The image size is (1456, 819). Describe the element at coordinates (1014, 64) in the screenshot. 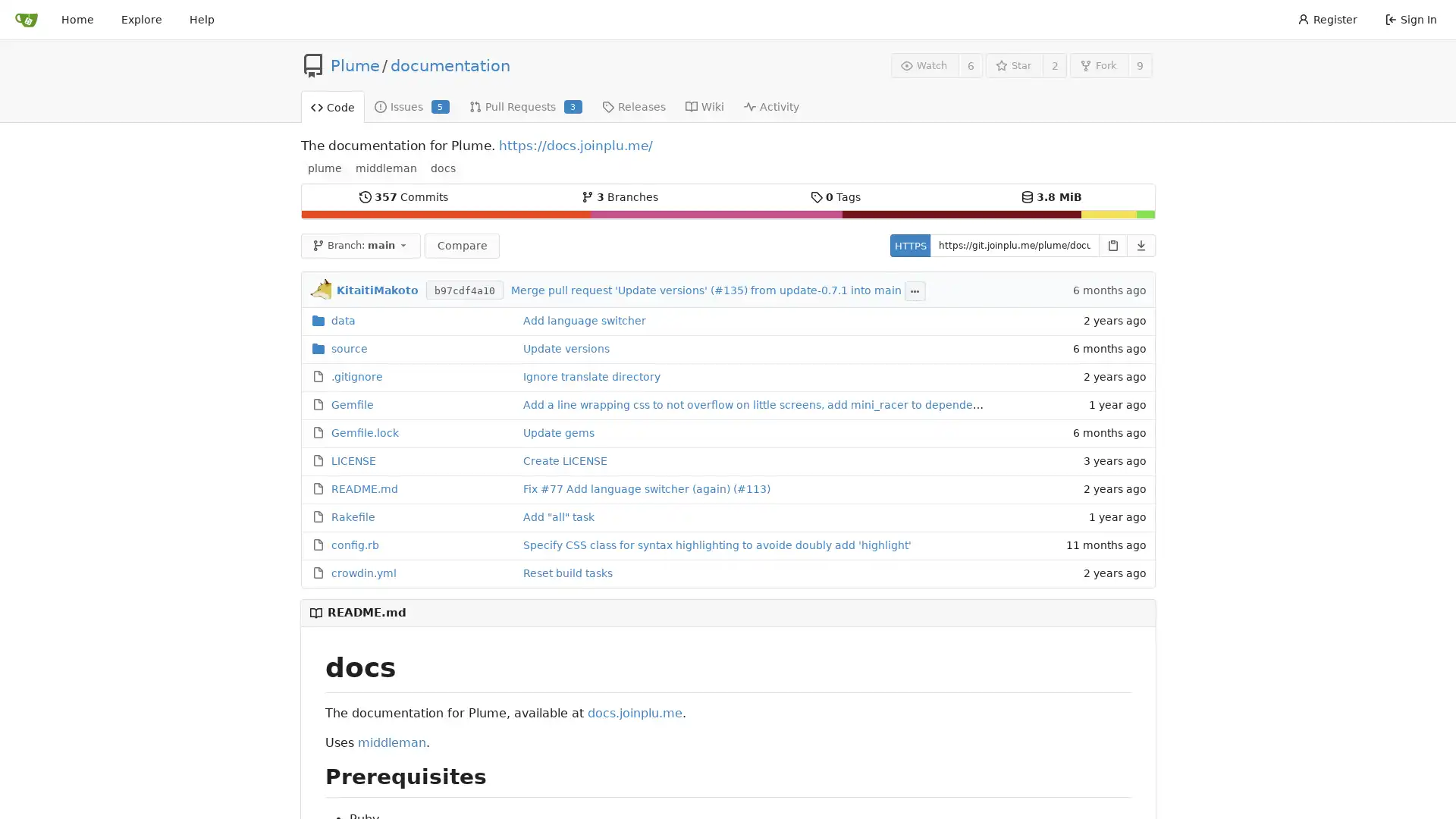

I see `Star` at that location.